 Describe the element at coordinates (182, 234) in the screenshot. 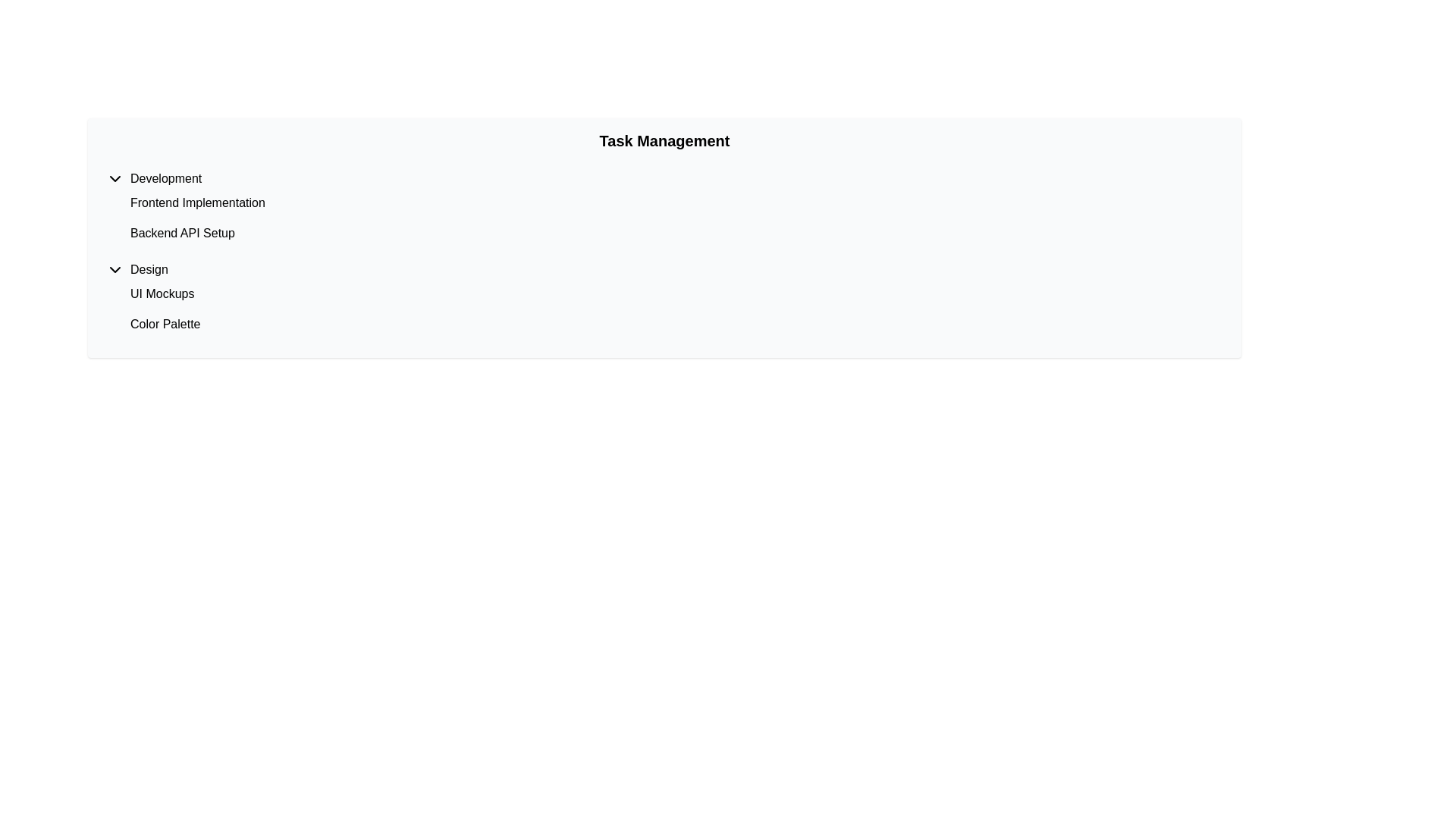

I see `the subheading label in the 'Development' section, which is the second item in the list, providing context under 'Frontend Implementation'` at that location.